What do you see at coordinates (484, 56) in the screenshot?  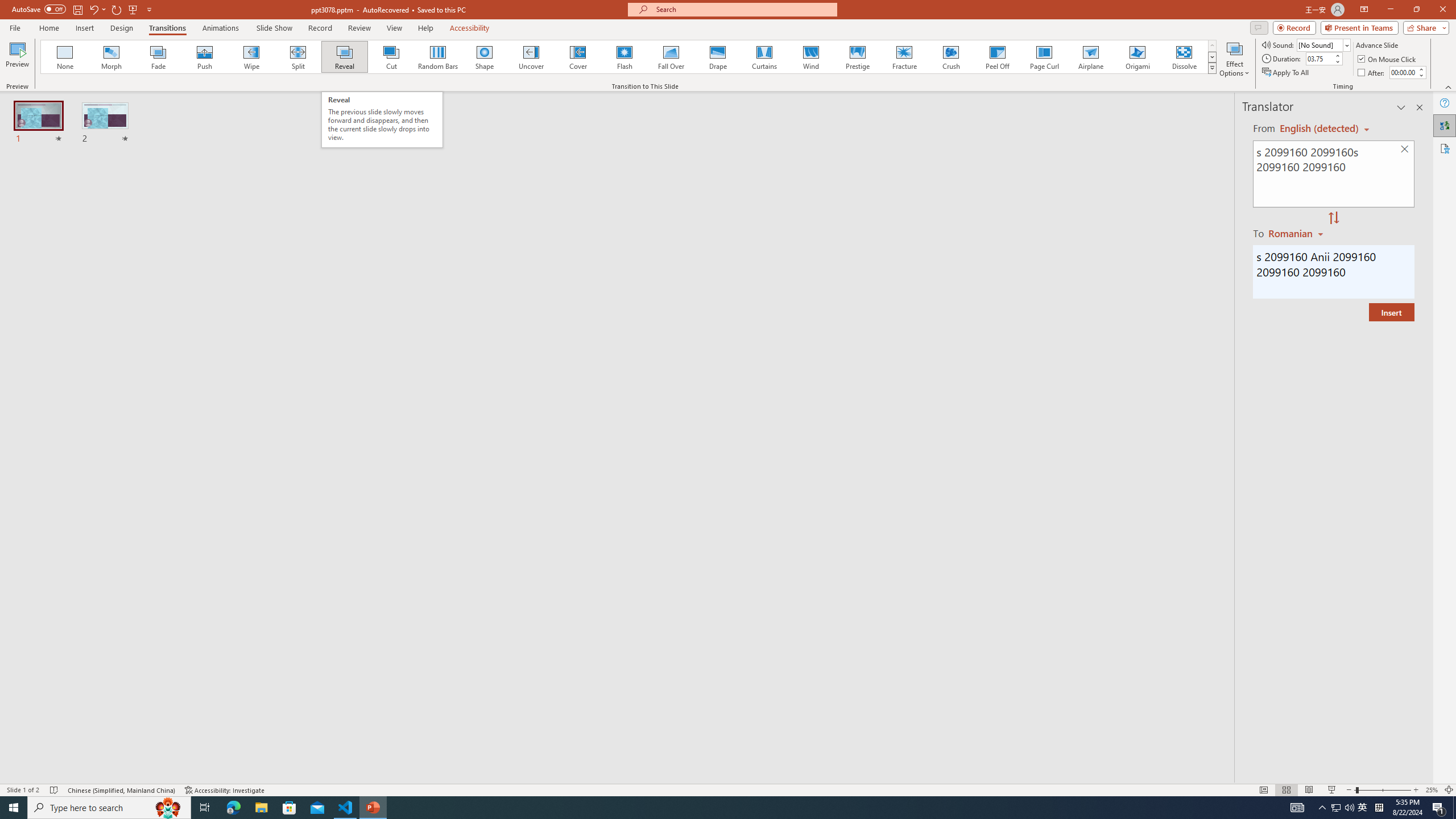 I see `'Shape'` at bounding box center [484, 56].